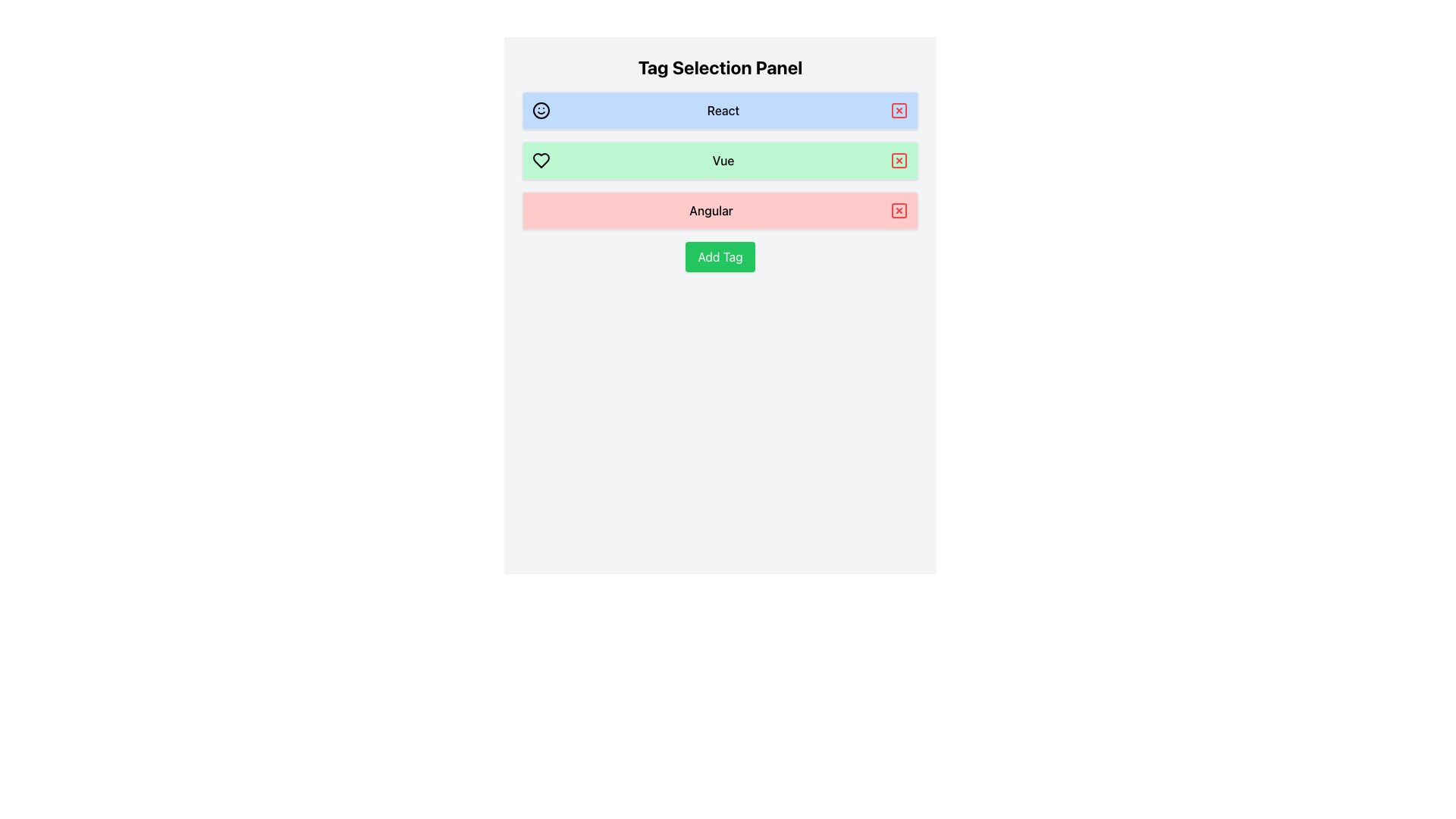 The image size is (1456, 819). Describe the element at coordinates (541, 110) in the screenshot. I see `the decorative 'React' icon located at the leftmost side of the blue tag labeled 'React' within the 'Tag Selection Panel'` at that location.